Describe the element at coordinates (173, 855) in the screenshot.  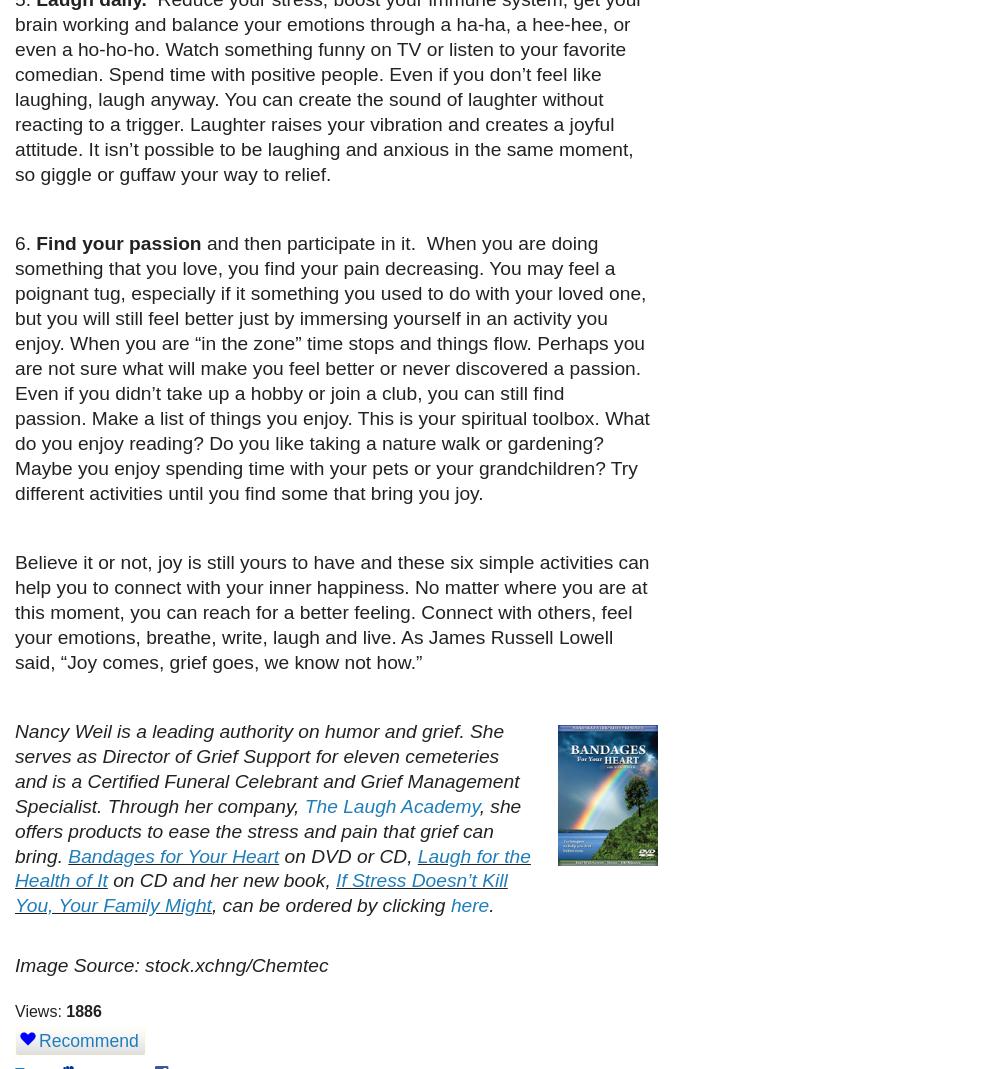
I see `'Bandages for Your Heart'` at that location.